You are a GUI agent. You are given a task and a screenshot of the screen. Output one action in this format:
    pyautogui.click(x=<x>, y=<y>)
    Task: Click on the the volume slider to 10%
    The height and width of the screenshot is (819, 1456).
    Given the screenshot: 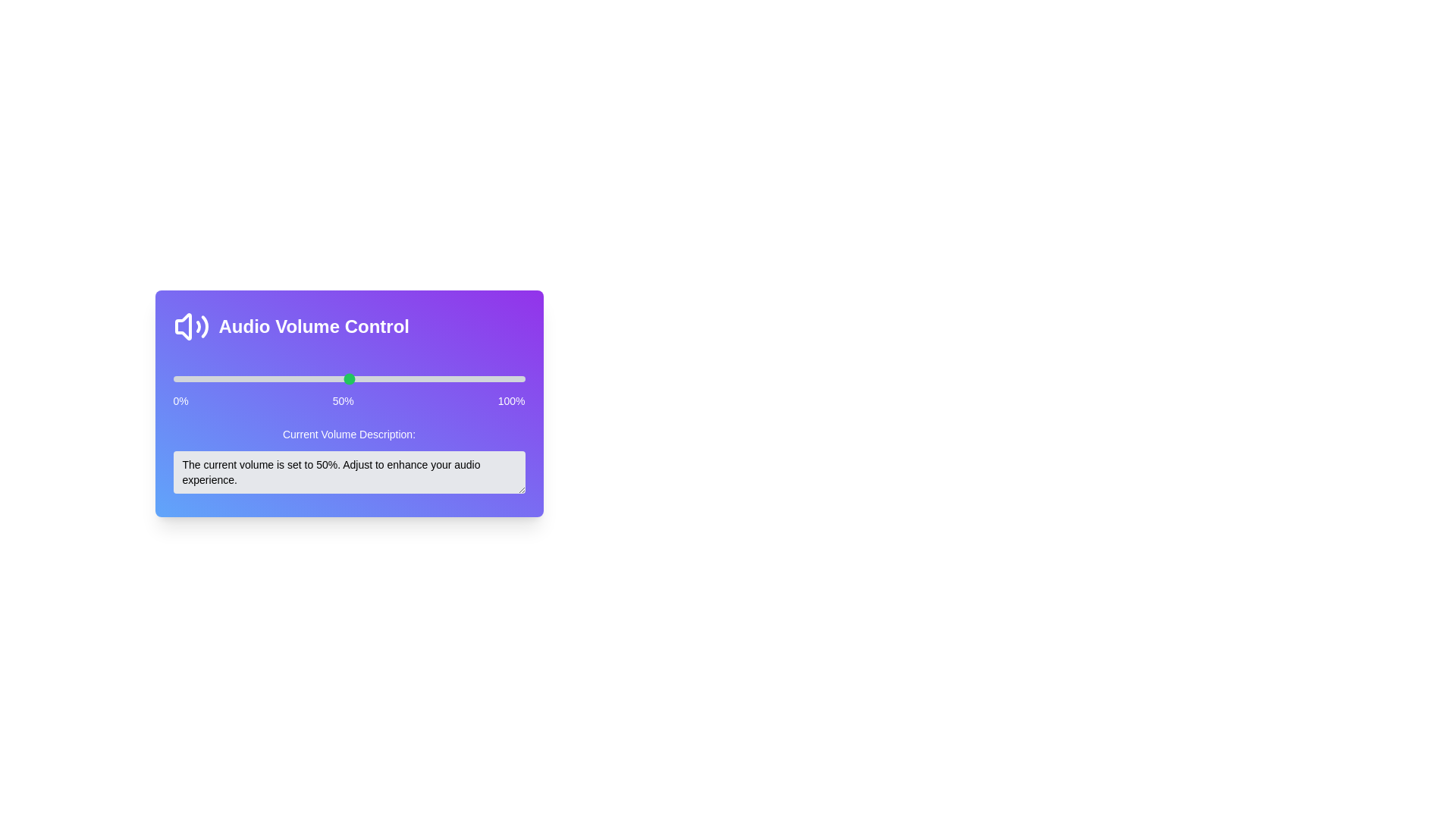 What is the action you would take?
    pyautogui.click(x=207, y=378)
    